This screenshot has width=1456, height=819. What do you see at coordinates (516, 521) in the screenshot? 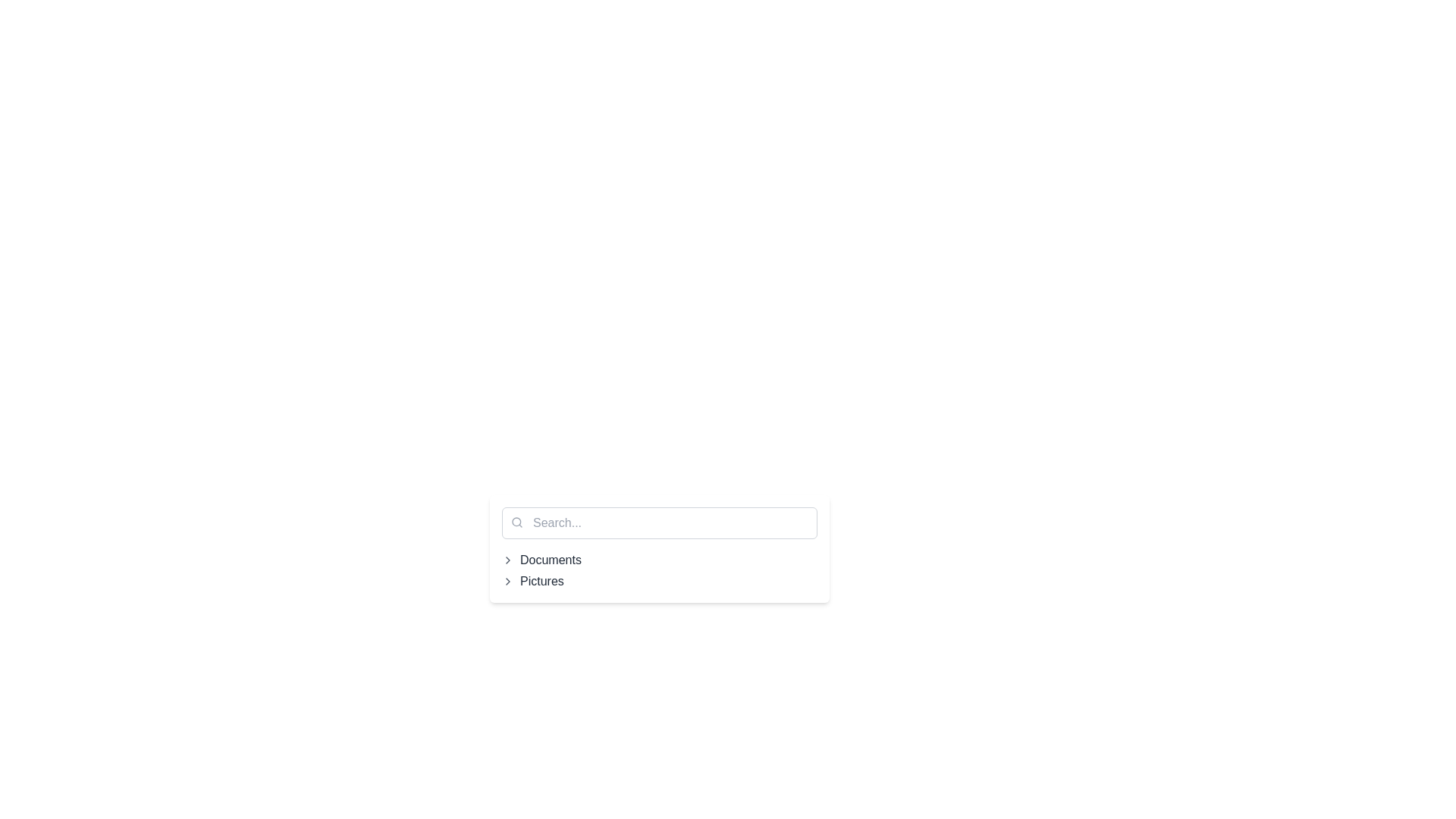
I see `circular component of the search icon located on the left side of the search bar, which is part of its graphical representation` at bounding box center [516, 521].